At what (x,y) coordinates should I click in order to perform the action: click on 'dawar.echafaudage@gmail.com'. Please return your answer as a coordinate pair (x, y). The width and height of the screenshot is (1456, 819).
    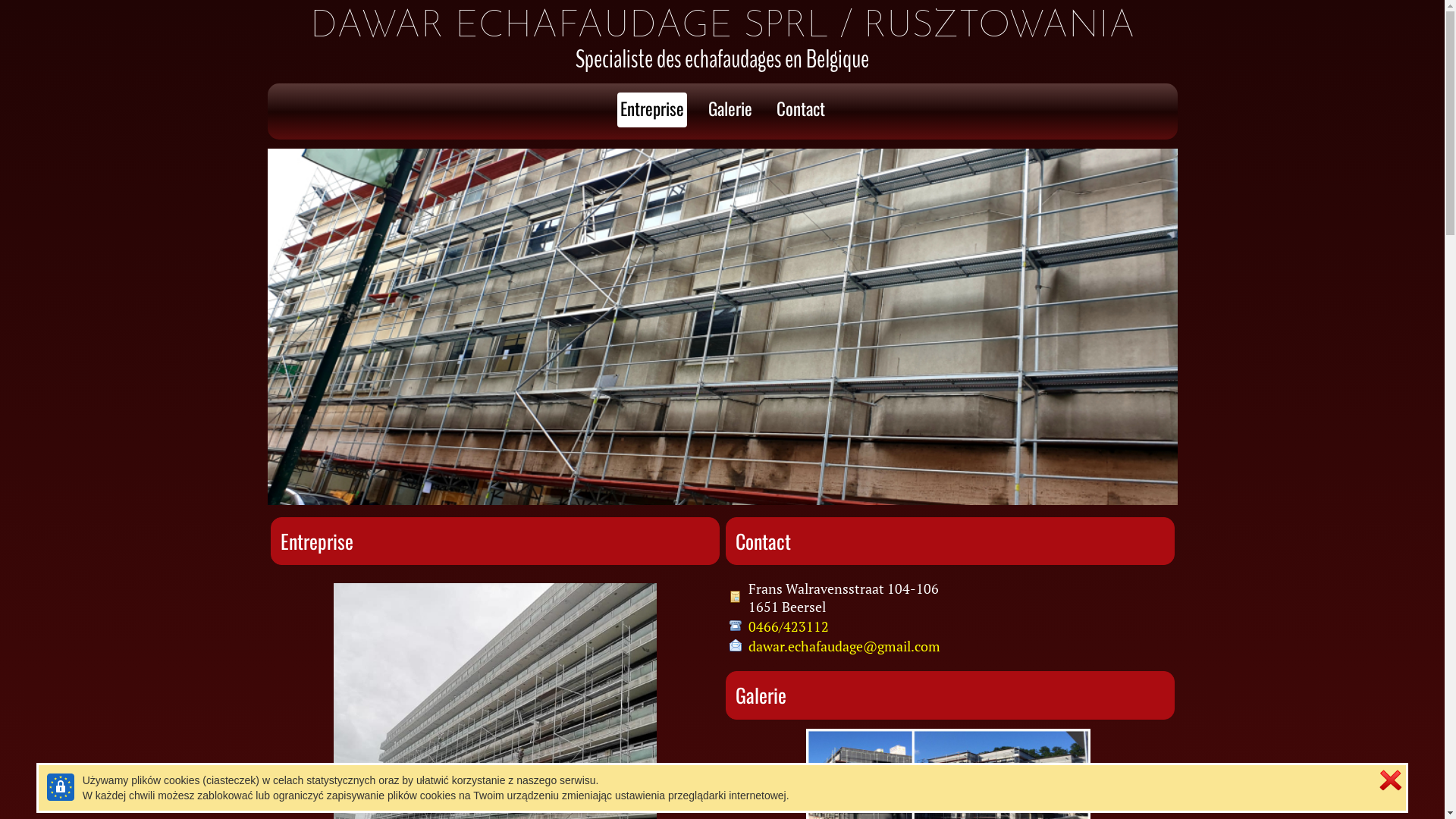
    Looking at the image, I should click on (843, 646).